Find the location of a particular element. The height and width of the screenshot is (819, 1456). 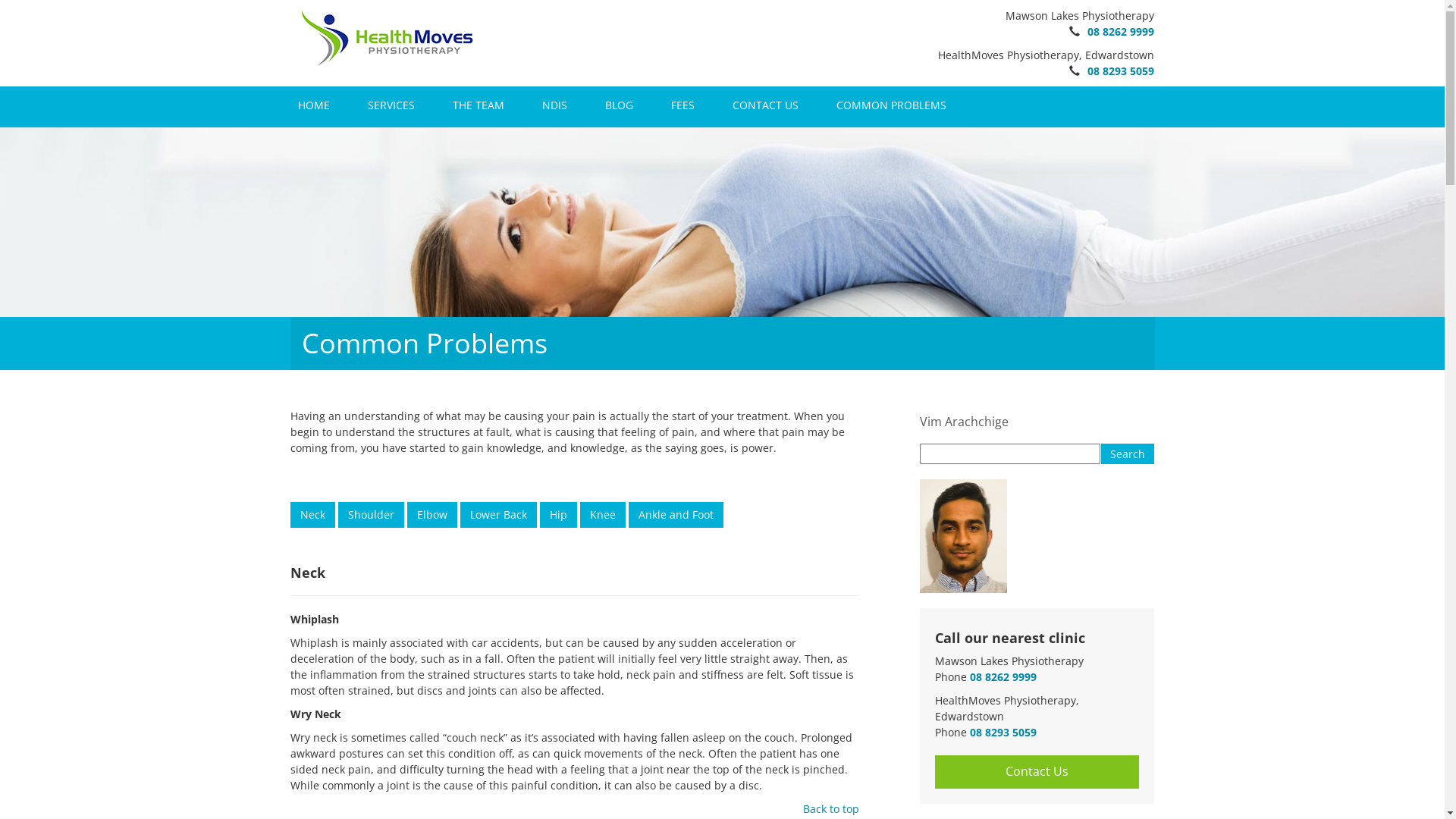

'Shoulder' is located at coordinates (371, 513).